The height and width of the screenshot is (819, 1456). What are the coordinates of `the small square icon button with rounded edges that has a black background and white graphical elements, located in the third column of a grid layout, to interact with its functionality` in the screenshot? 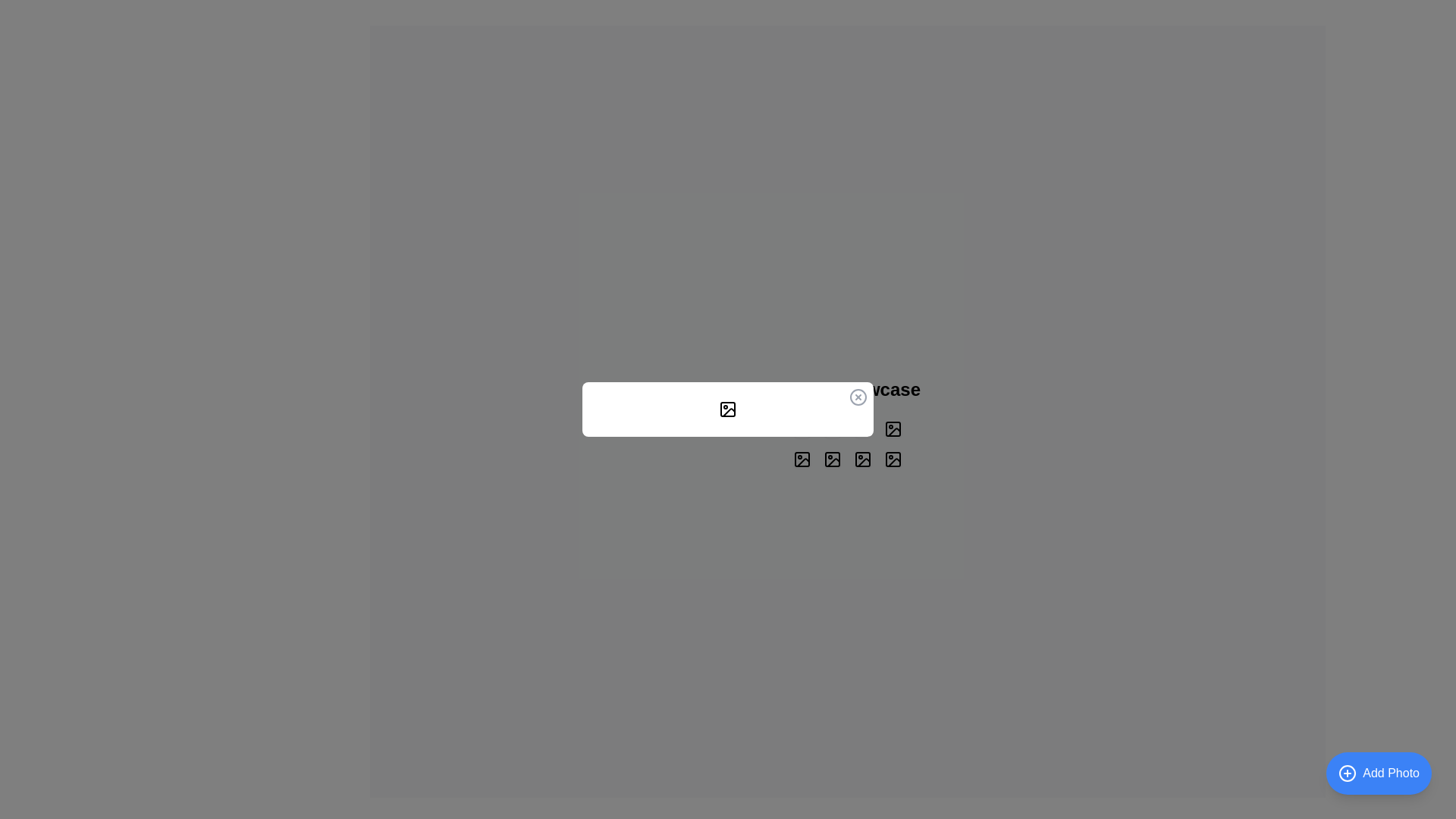 It's located at (862, 429).